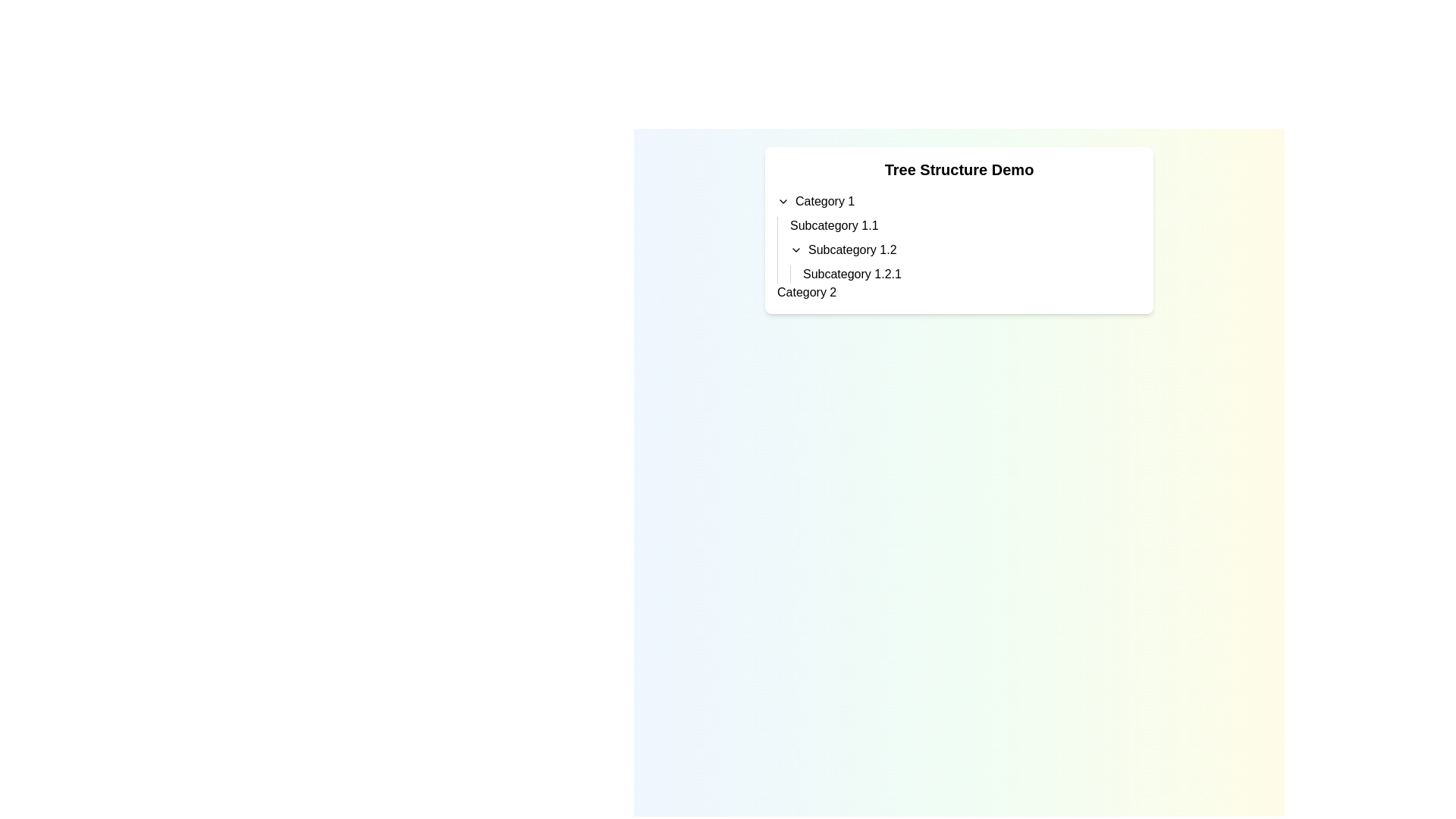 The image size is (1456, 819). I want to click on the collapsible control indicator SVG icon for 'Subcategory 1.2', which is positioned to the left of the text element indicating the section can be expanded or collapsed, so click(795, 249).